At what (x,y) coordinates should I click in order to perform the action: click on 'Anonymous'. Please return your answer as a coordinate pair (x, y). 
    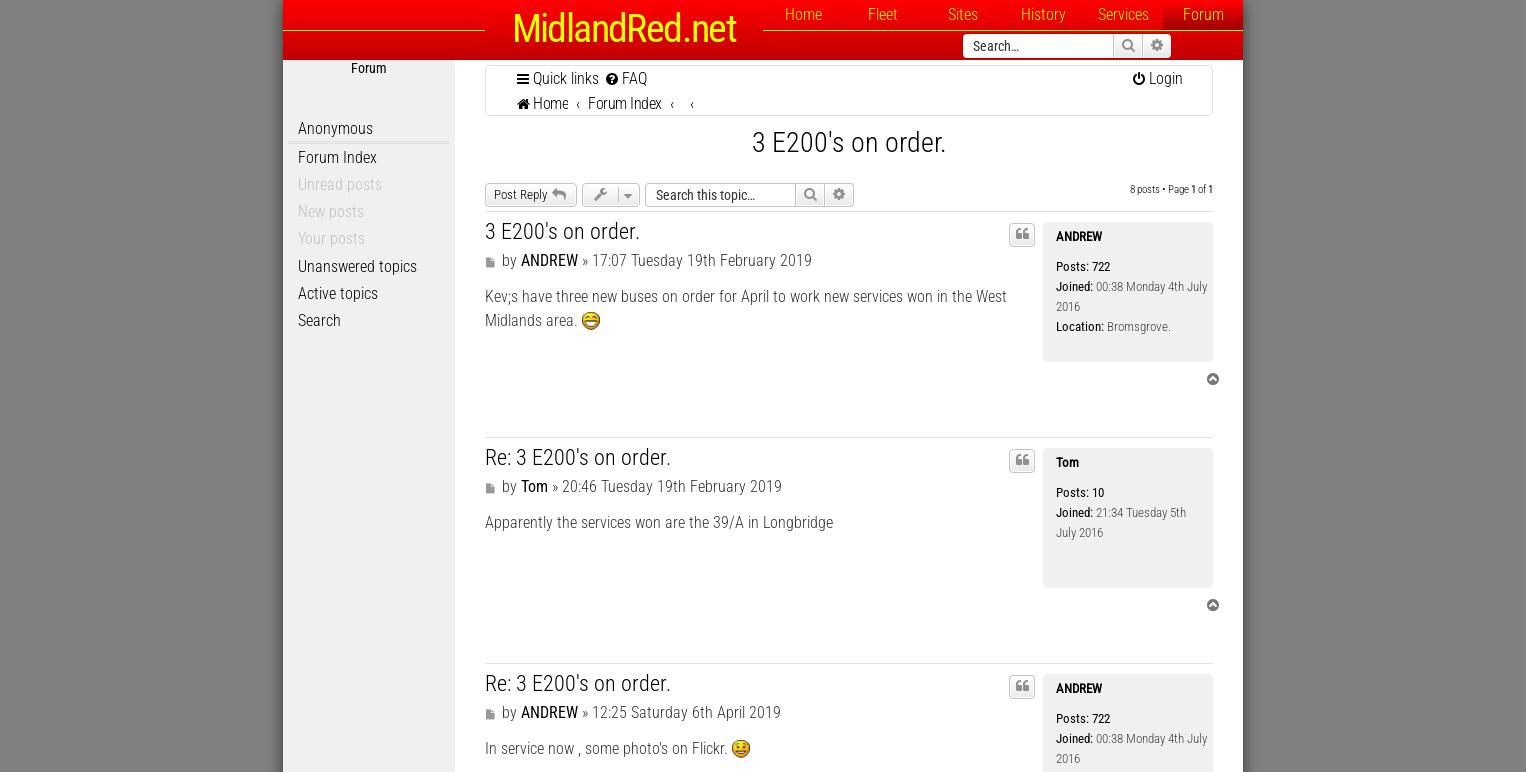
    Looking at the image, I should click on (334, 126).